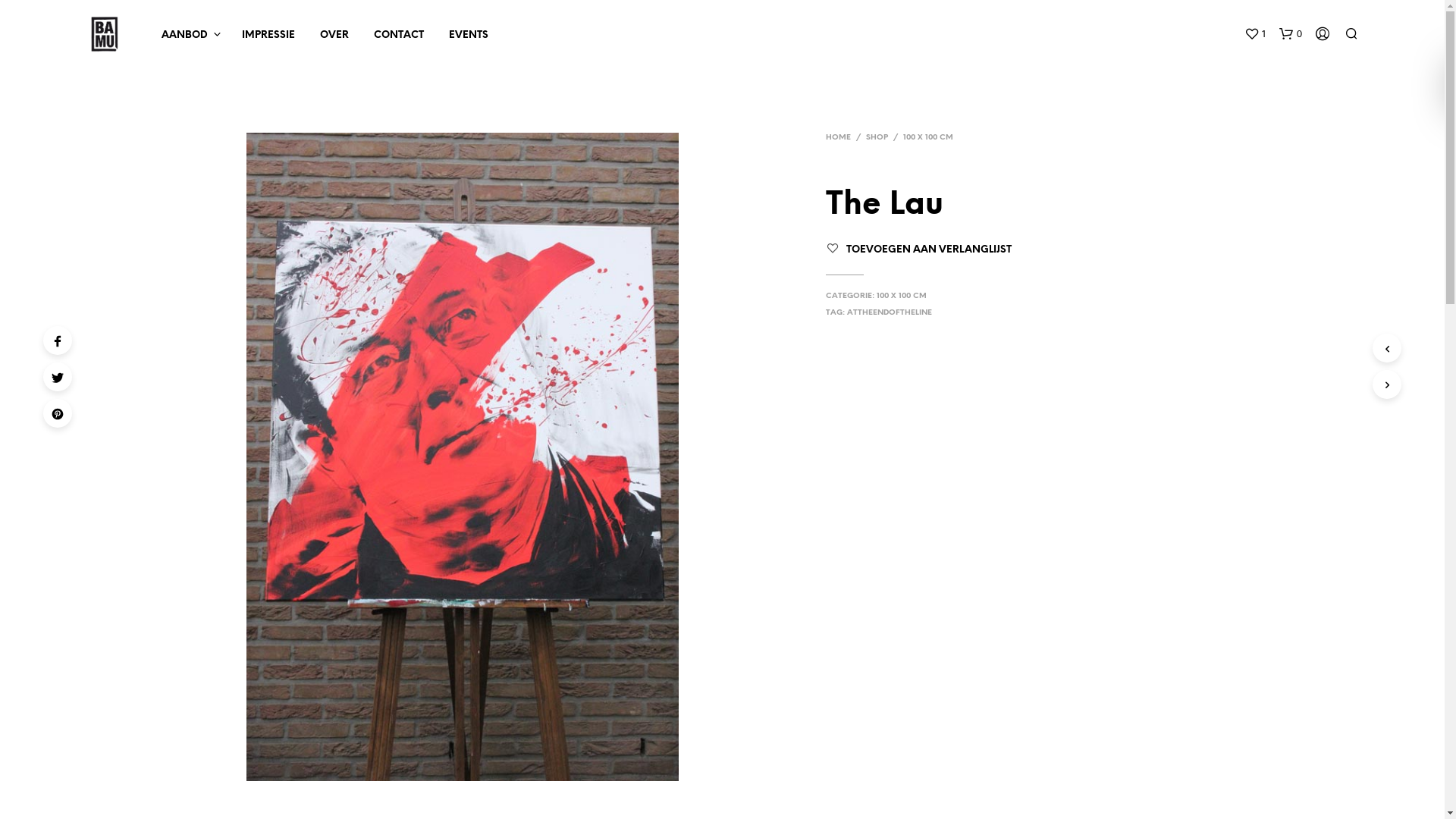  Describe the element at coordinates (58, 413) in the screenshot. I see `'Pinterest'` at that location.